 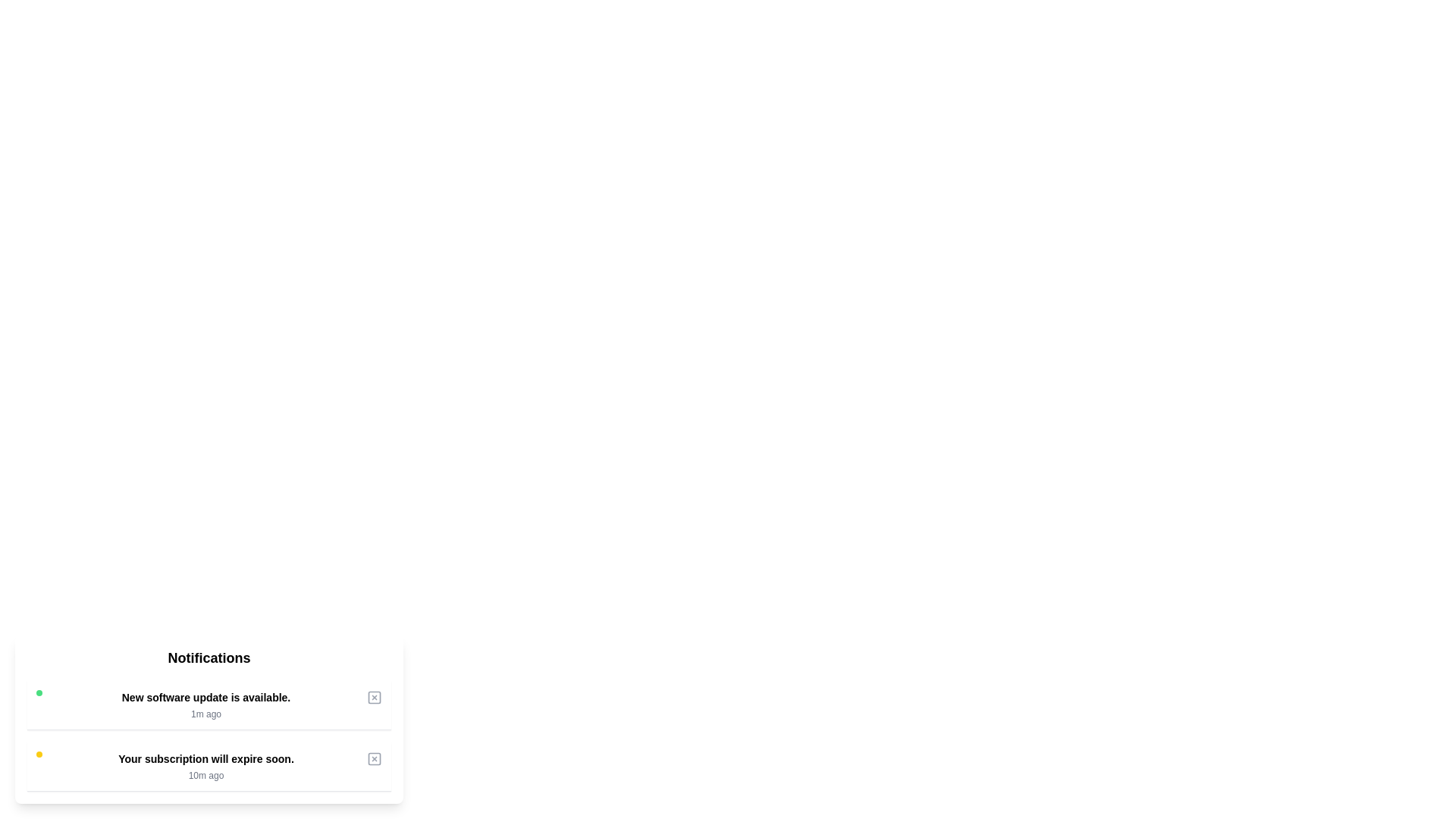 What do you see at coordinates (206, 775) in the screenshot?
I see `the text label displaying '10m ago', which is positioned beneath the main text 'Your subscription will expire soon.' in the notification card` at bounding box center [206, 775].